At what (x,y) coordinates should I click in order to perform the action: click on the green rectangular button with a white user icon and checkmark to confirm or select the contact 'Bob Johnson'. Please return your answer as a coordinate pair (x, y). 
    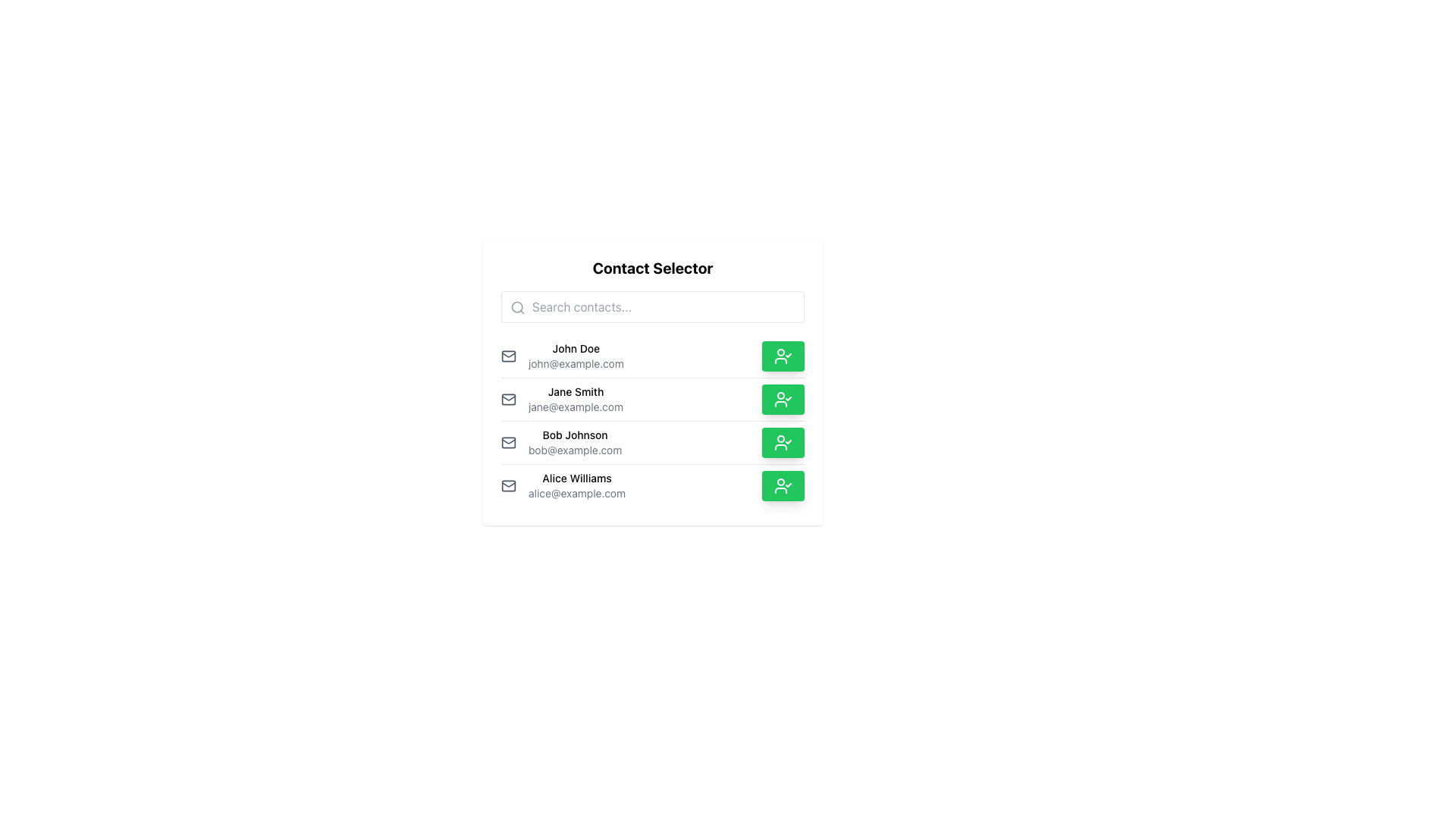
    Looking at the image, I should click on (783, 442).